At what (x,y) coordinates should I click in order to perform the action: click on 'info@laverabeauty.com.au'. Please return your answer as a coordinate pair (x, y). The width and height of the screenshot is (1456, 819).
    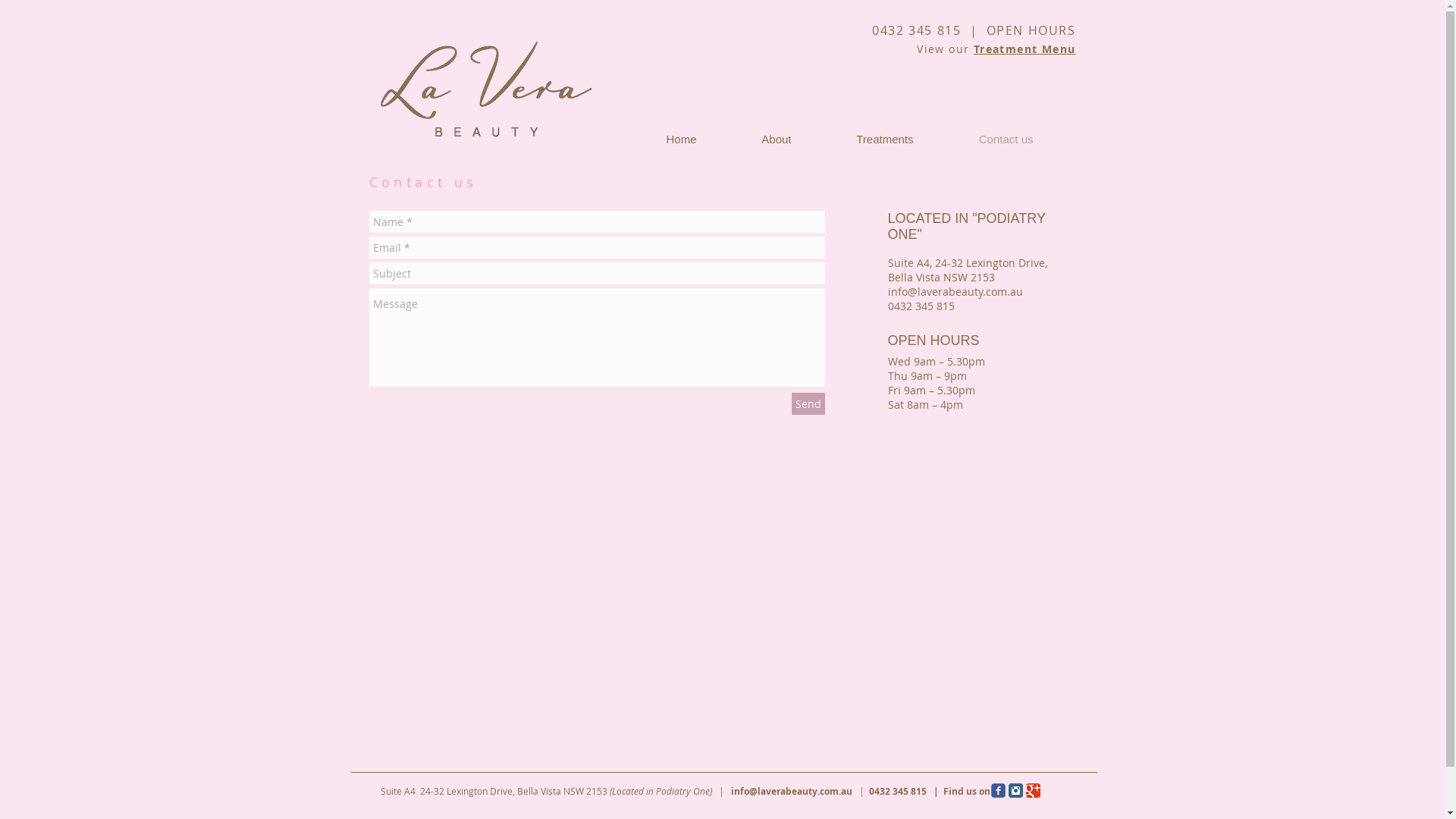
    Looking at the image, I should click on (790, 789).